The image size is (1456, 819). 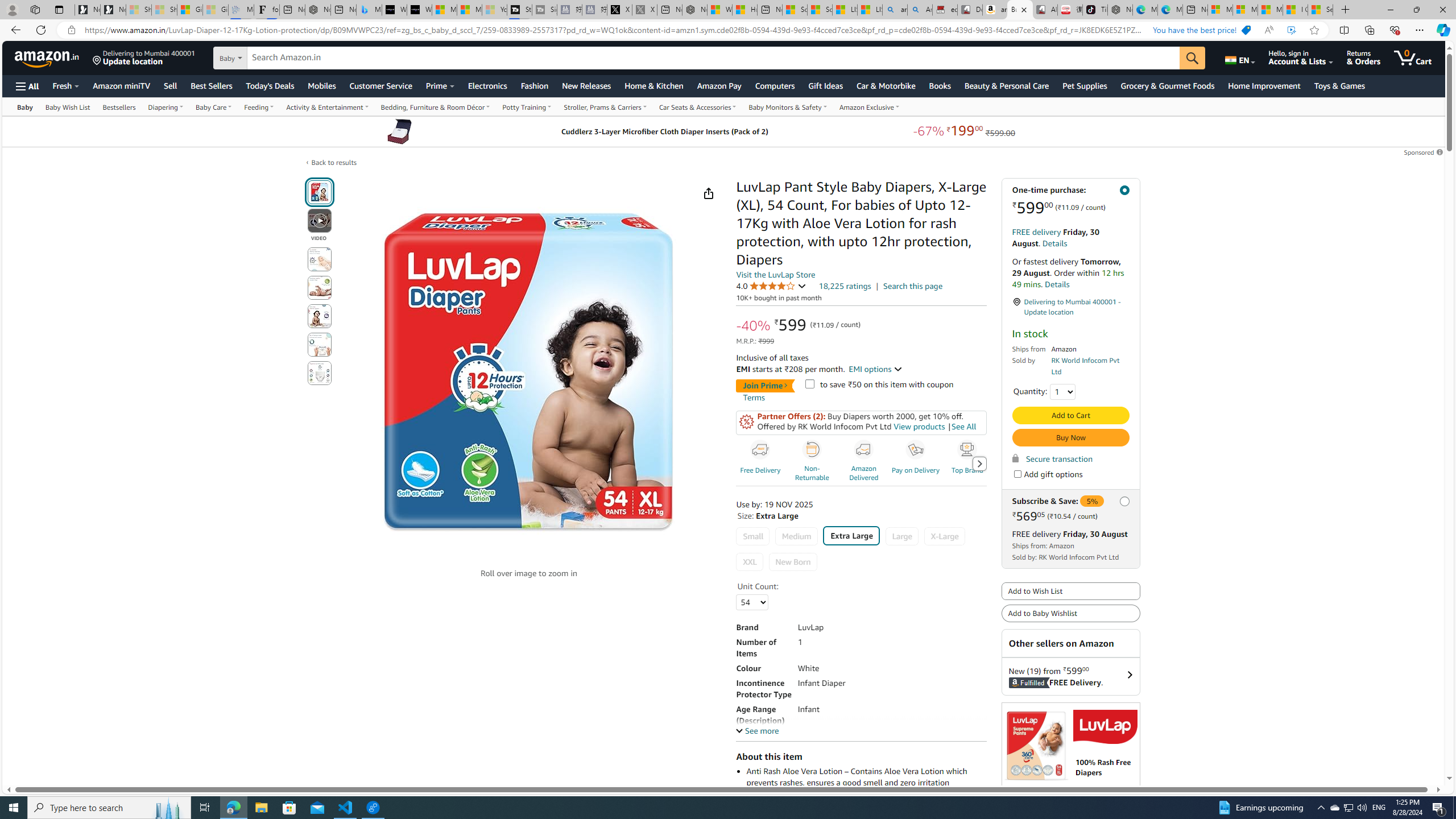 I want to click on 'Free Delivery', so click(x=760, y=449).